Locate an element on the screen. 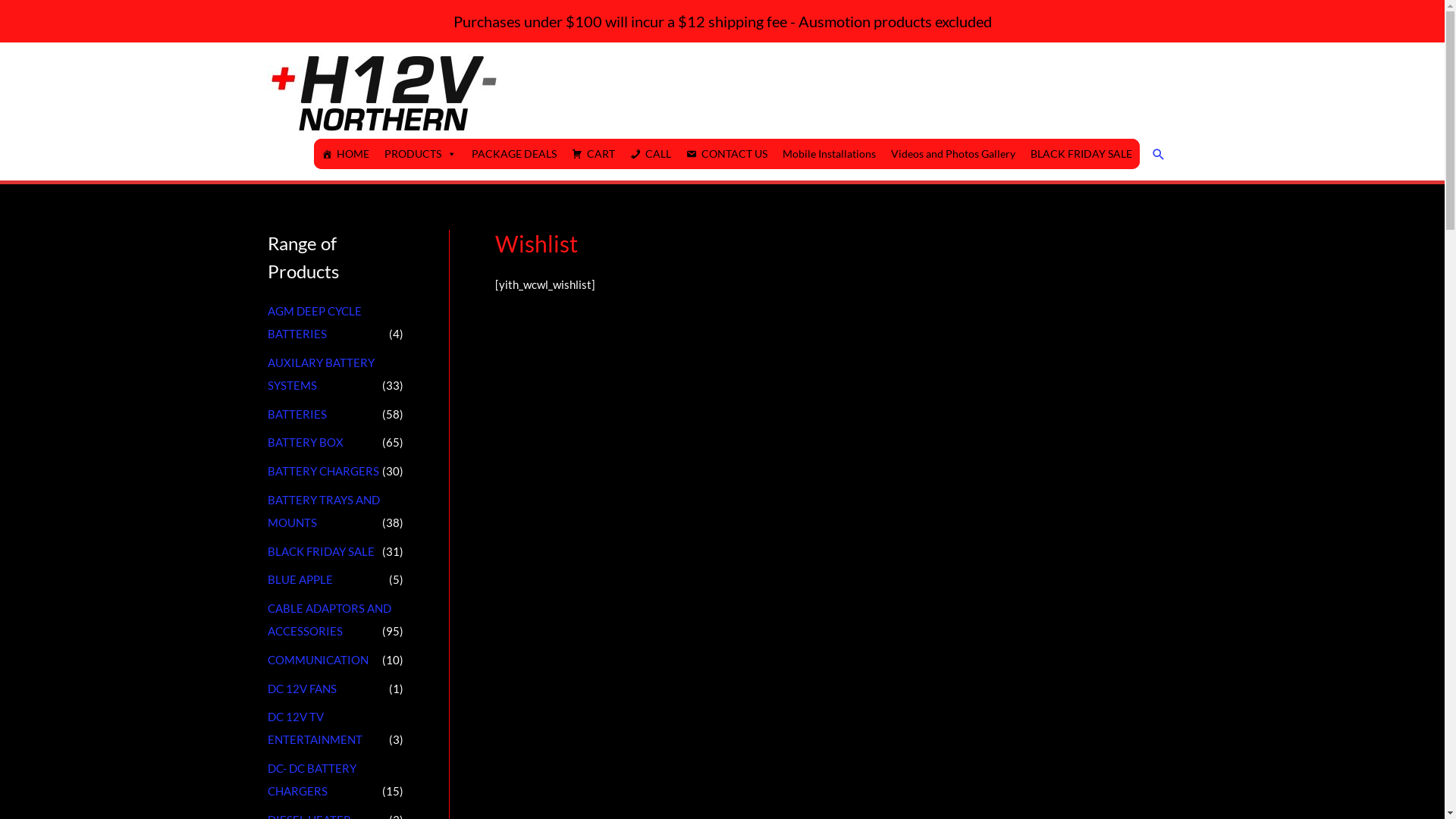 This screenshot has height=819, width=1456. 'BATTERIES' is located at coordinates (296, 414).